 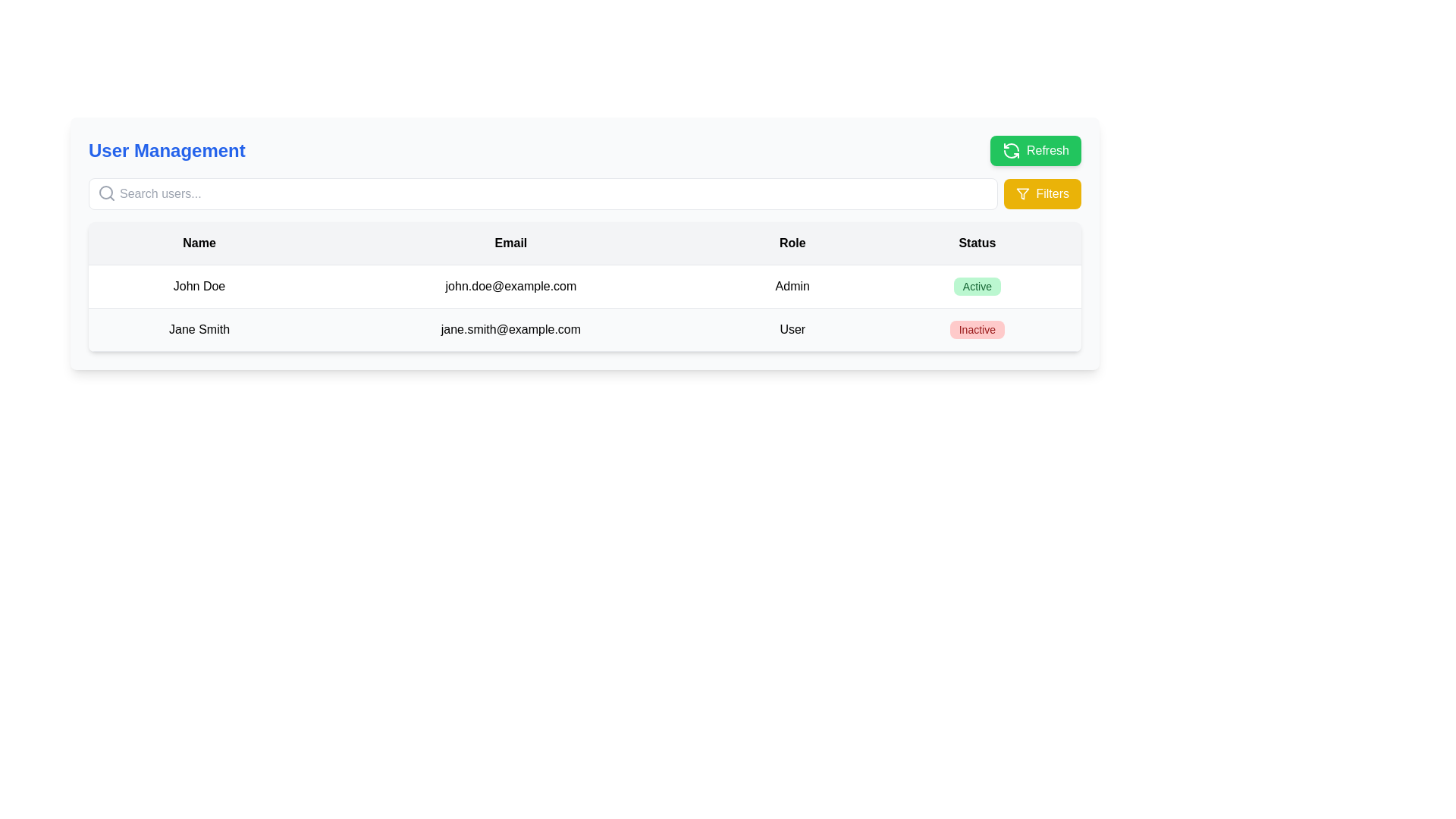 I want to click on status indicator badge for the user 'Jane Smith', which shows the 'Inactive' state in the Status column of the table, so click(x=977, y=329).